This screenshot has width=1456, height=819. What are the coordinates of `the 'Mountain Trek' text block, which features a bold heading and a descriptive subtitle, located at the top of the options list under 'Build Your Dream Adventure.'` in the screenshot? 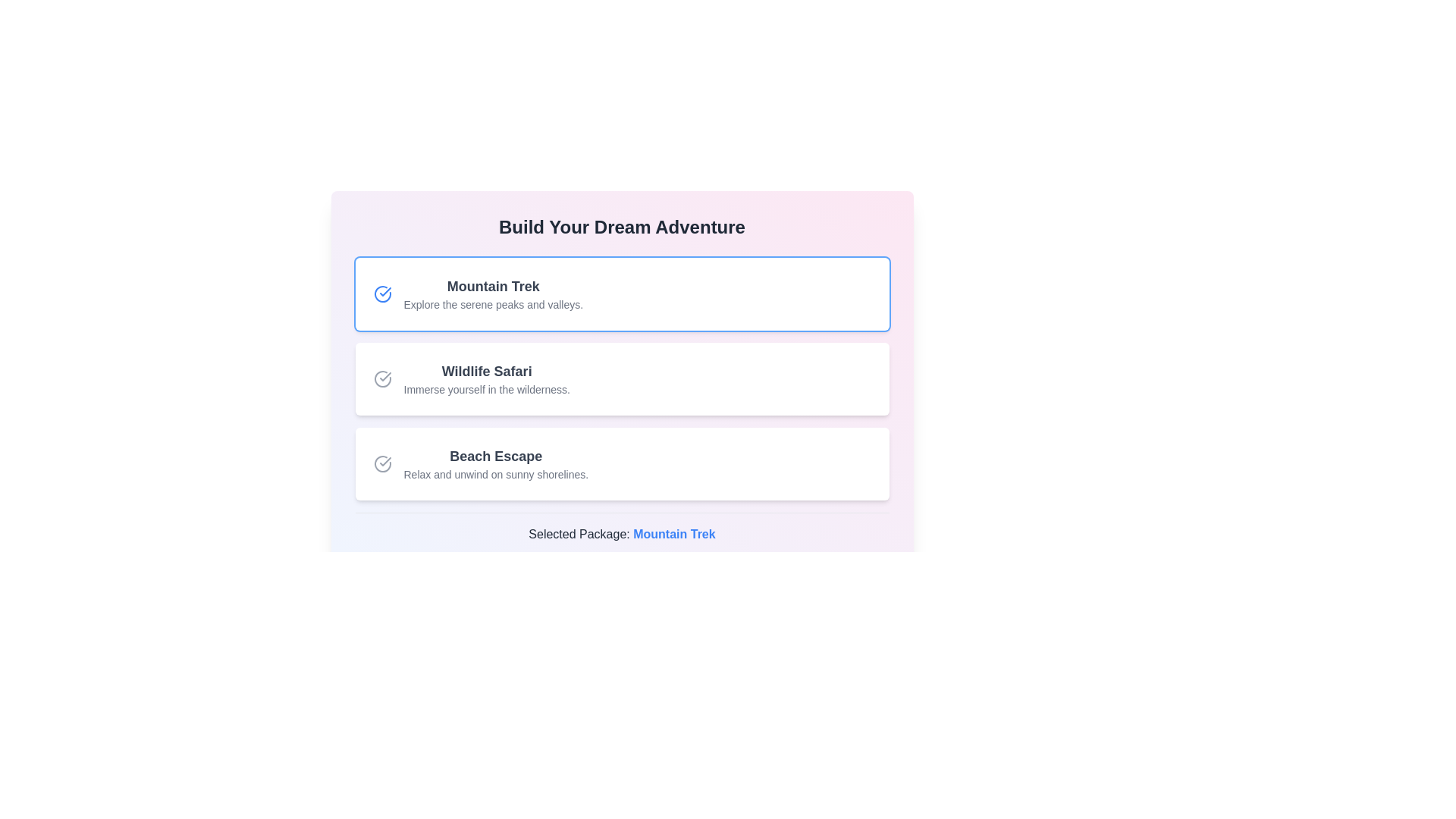 It's located at (493, 294).